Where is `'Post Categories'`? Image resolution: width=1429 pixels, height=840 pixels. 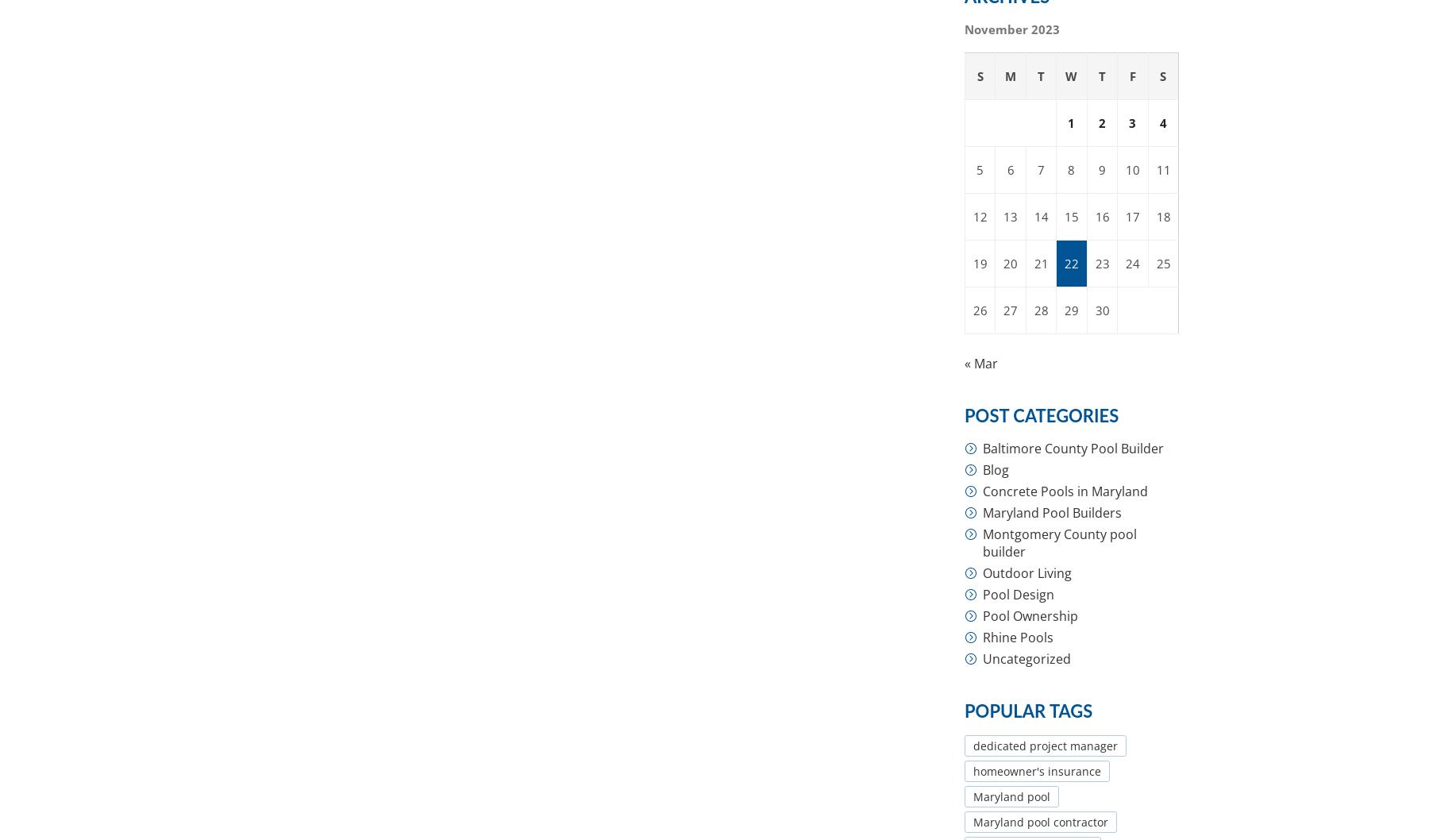 'Post Categories' is located at coordinates (1042, 415).